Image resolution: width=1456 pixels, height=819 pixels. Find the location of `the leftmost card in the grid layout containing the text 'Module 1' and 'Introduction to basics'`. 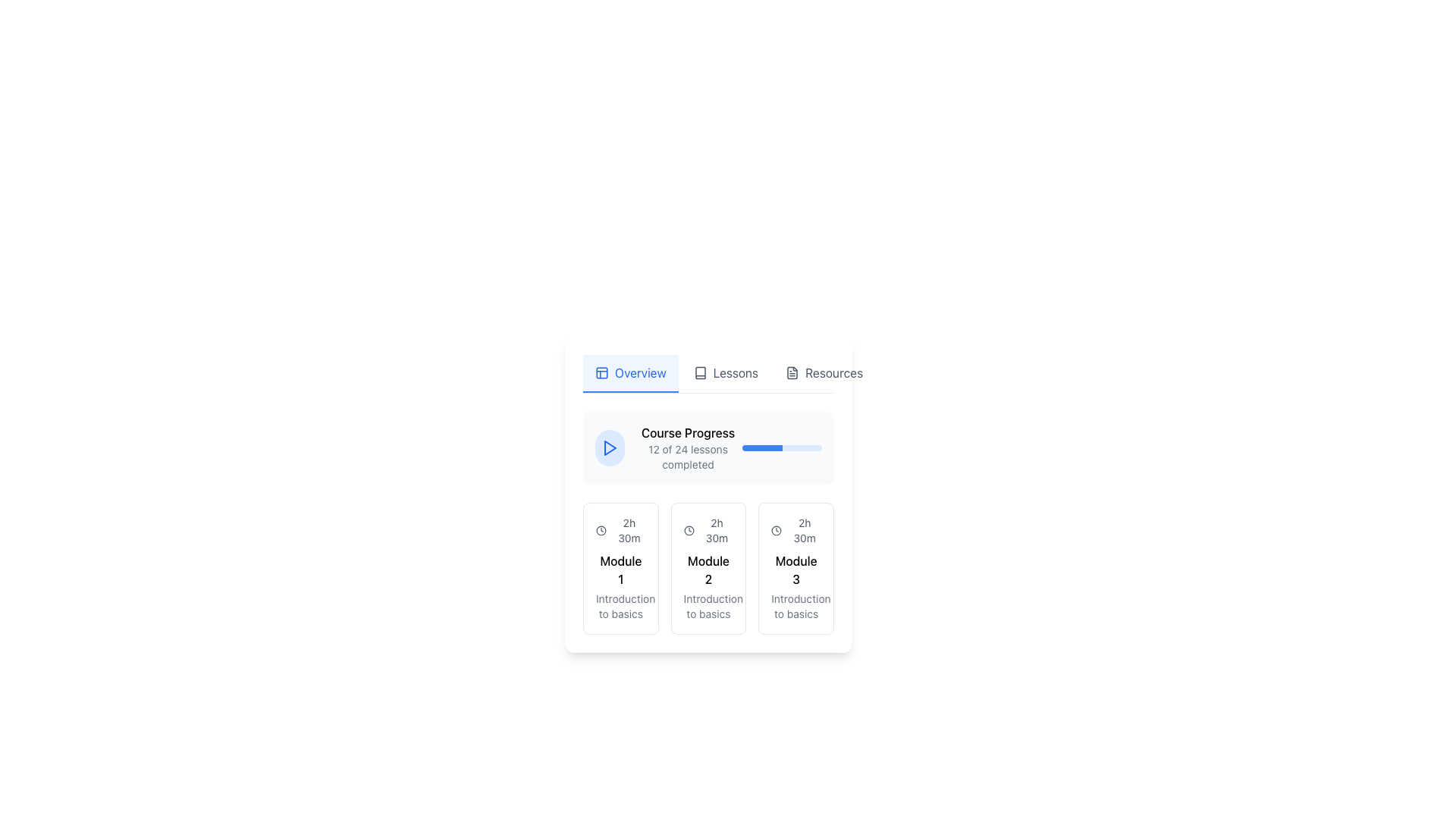

the leftmost card in the grid layout containing the text 'Module 1' and 'Introduction to basics' is located at coordinates (620, 568).